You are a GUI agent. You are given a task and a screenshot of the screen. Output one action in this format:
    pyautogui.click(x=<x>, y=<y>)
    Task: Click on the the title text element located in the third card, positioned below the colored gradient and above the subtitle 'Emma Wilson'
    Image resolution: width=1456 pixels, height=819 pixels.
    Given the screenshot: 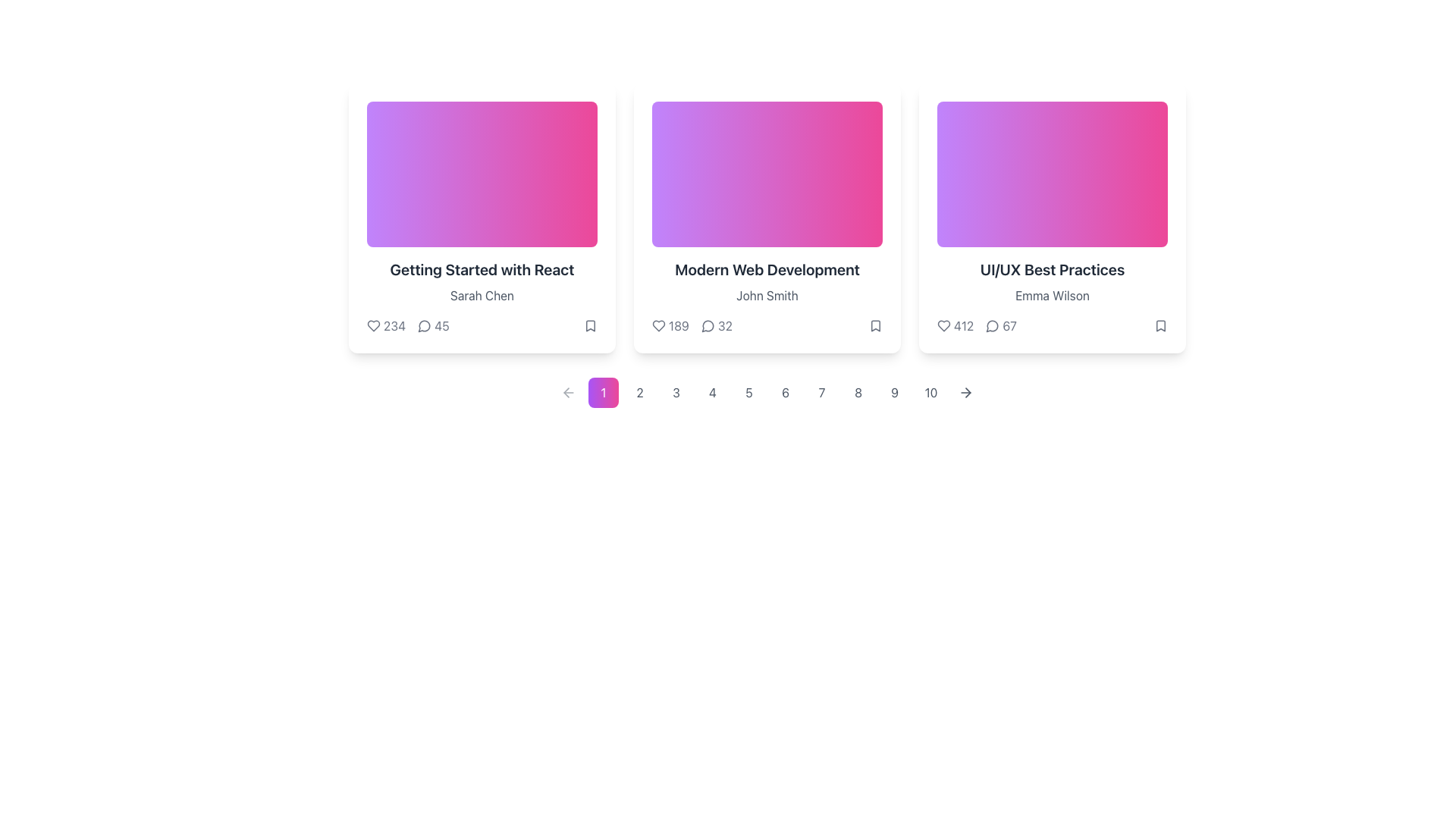 What is the action you would take?
    pyautogui.click(x=1051, y=268)
    